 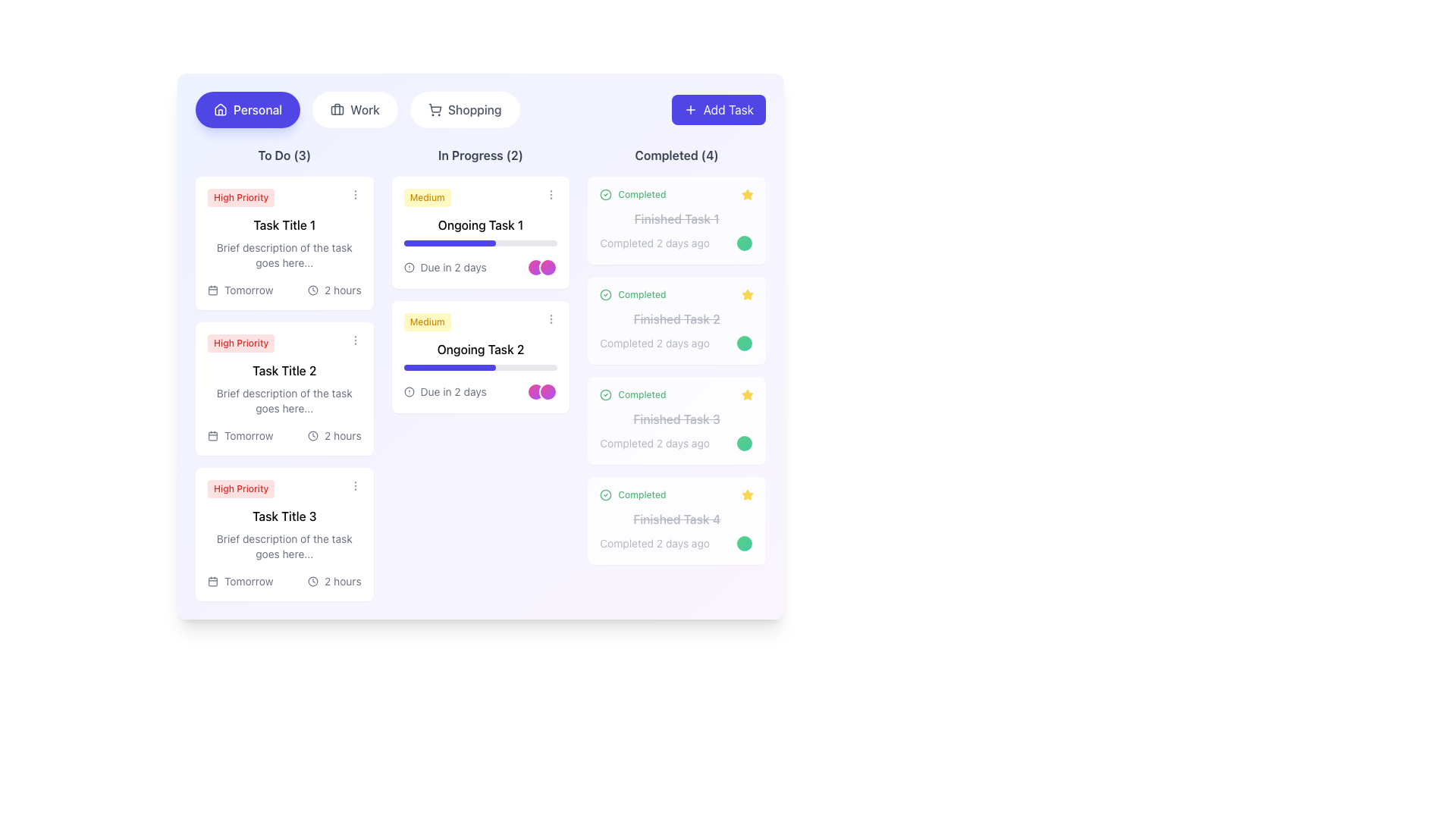 I want to click on the visual indicator or icon group located in the 'In Progress' section under the task labeled 'Ongoing Task 2', positioned towards the bottom right of the task card near the text 'Due in 2 days', so click(x=542, y=391).